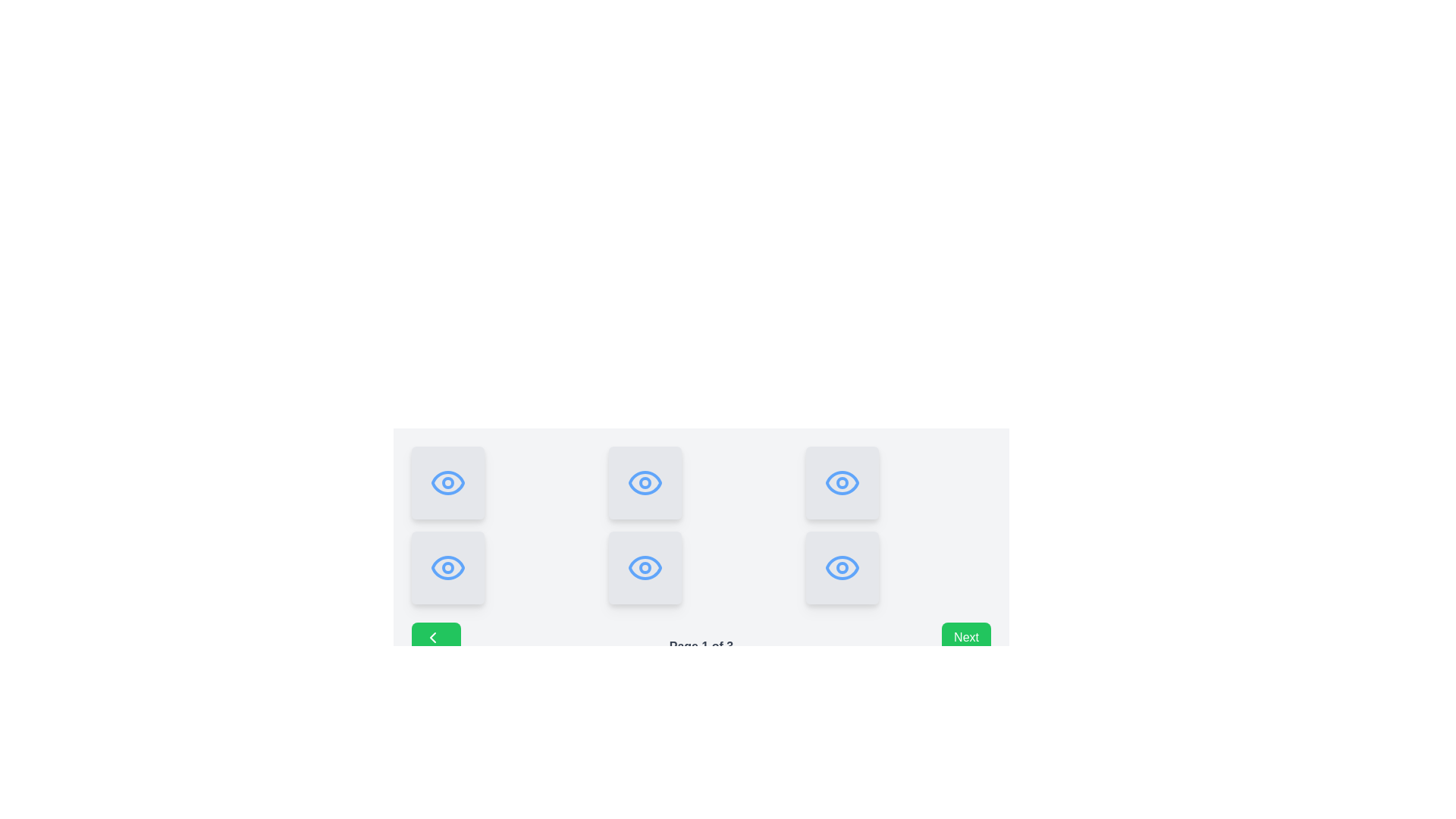  Describe the element at coordinates (447, 482) in the screenshot. I see `the top-left button of the 3x3 grid layout` at that location.